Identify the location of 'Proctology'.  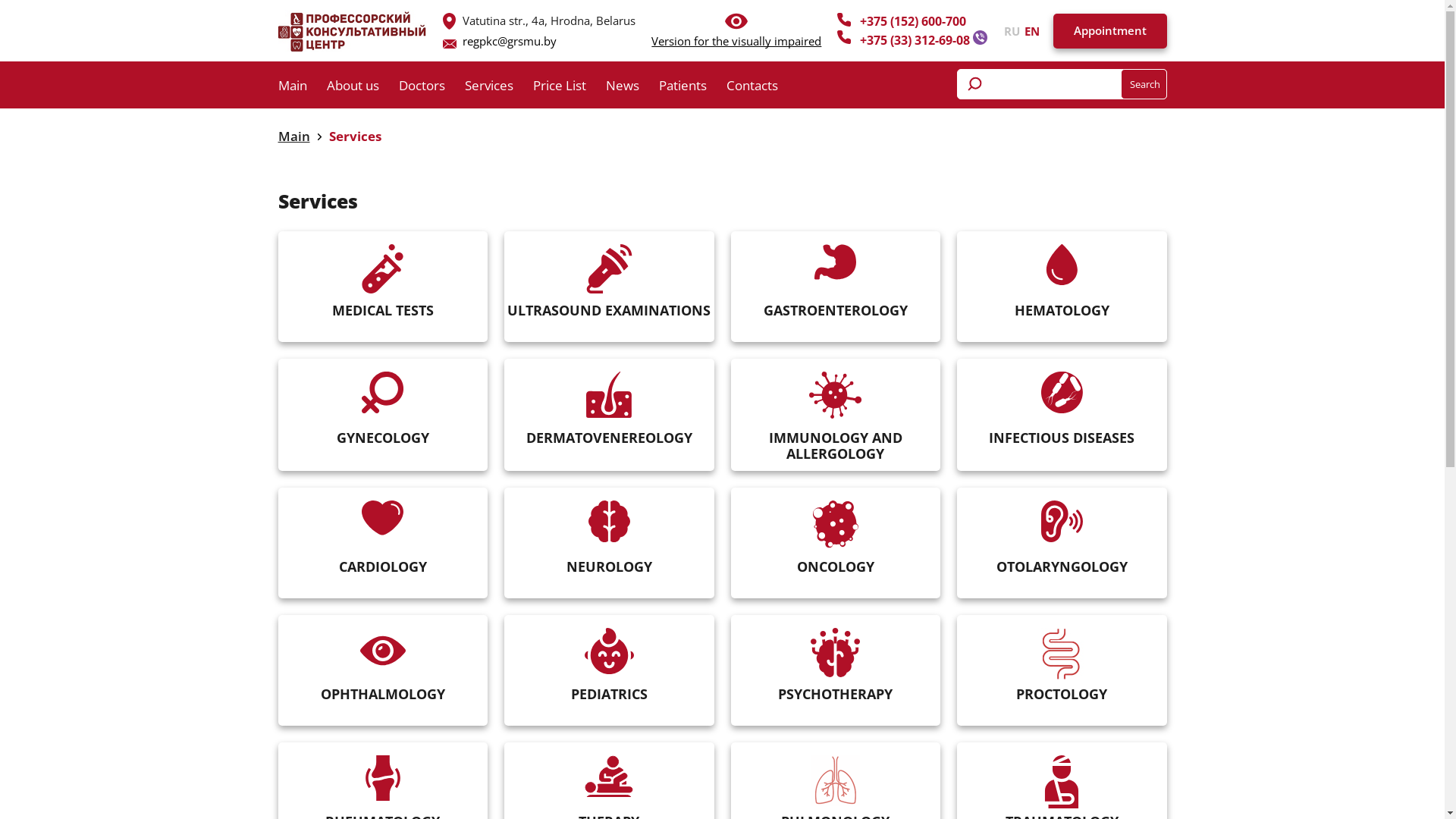
(1061, 652).